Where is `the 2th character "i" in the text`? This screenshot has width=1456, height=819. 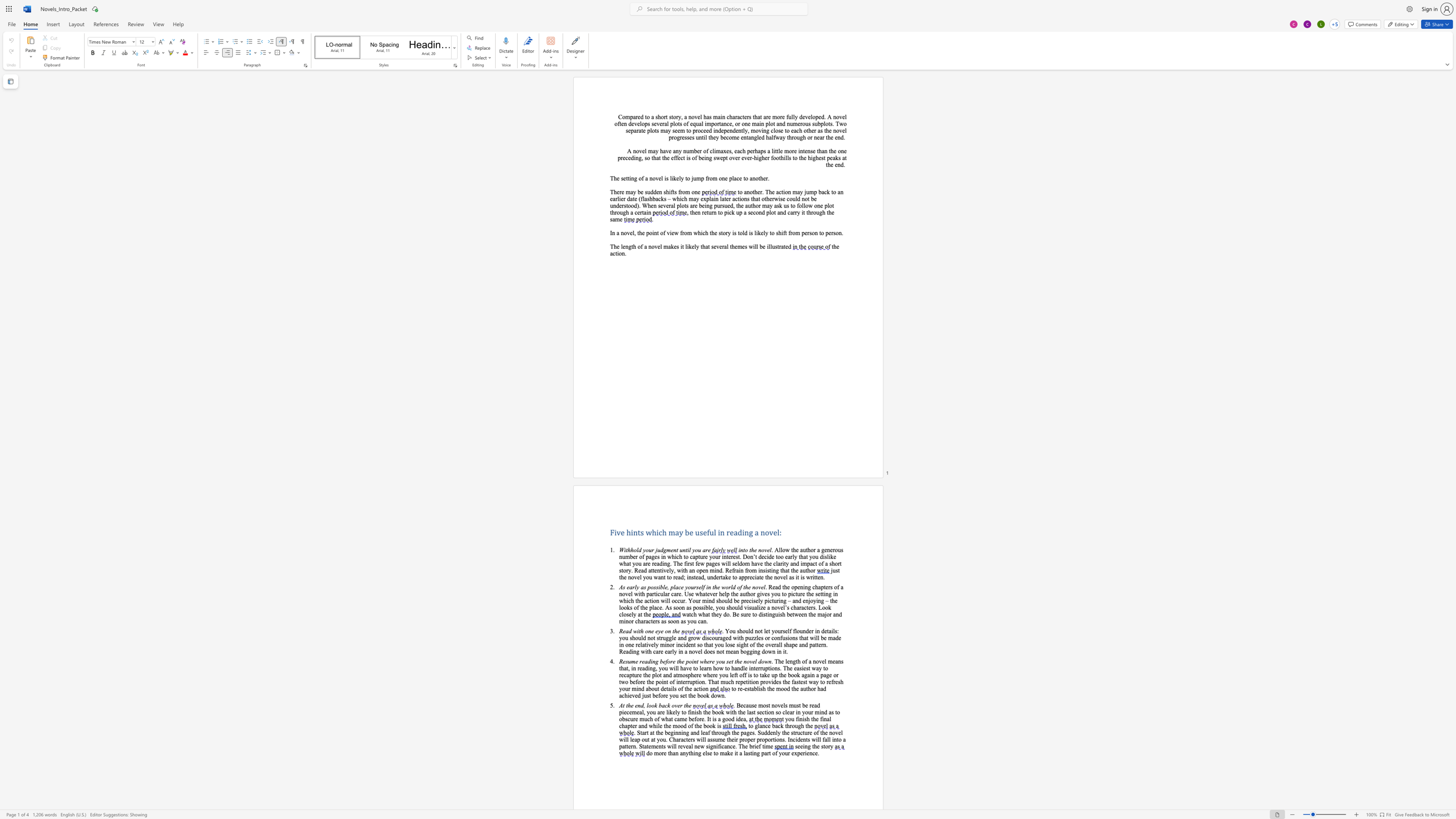 the 2th character "i" in the text is located at coordinates (688, 549).